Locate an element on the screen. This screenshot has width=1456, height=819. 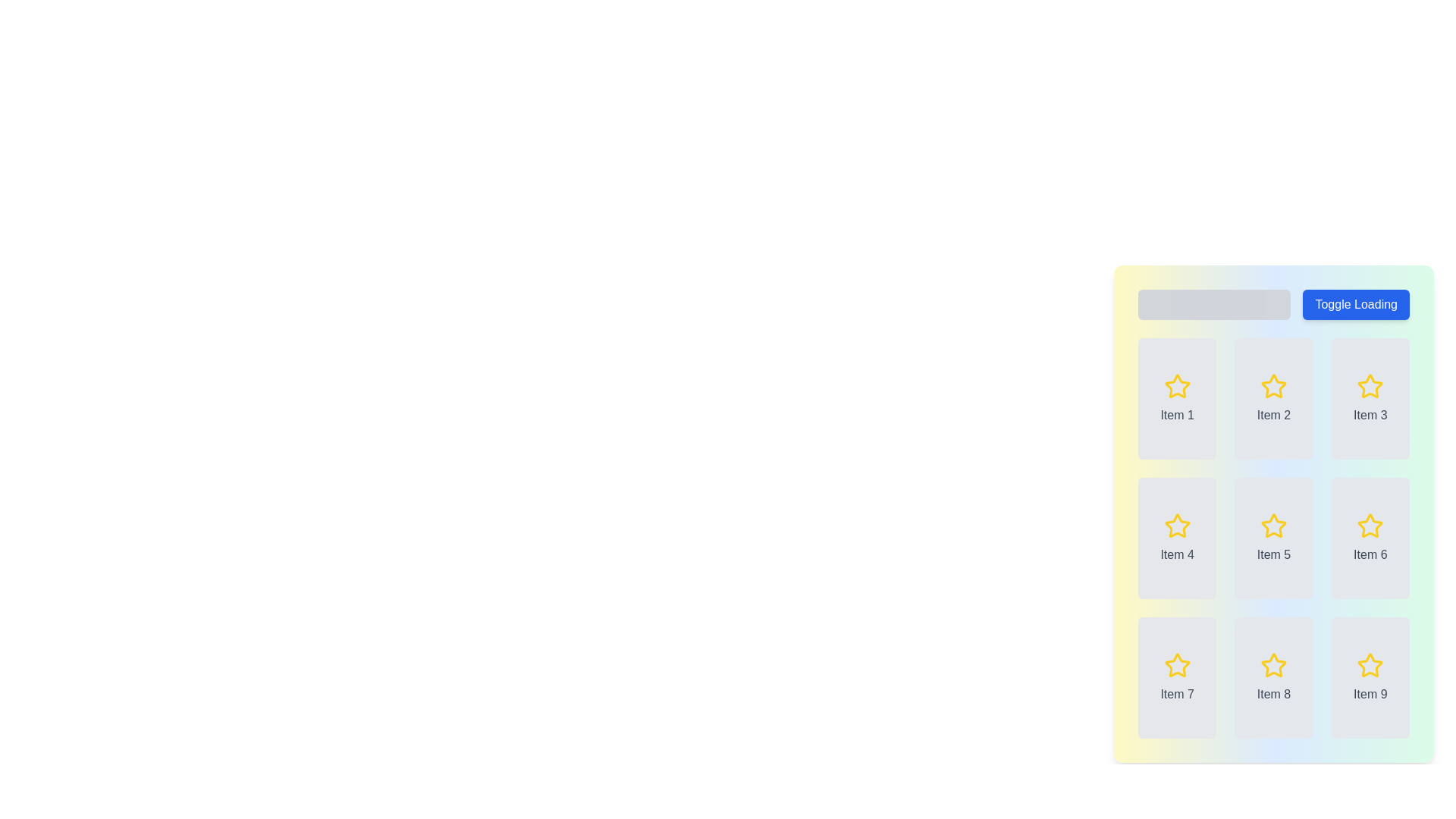
the text label reading 'Item 4', which is styled with a gray color and medium font weight, located directly beneath a yellow star icon is located at coordinates (1176, 555).